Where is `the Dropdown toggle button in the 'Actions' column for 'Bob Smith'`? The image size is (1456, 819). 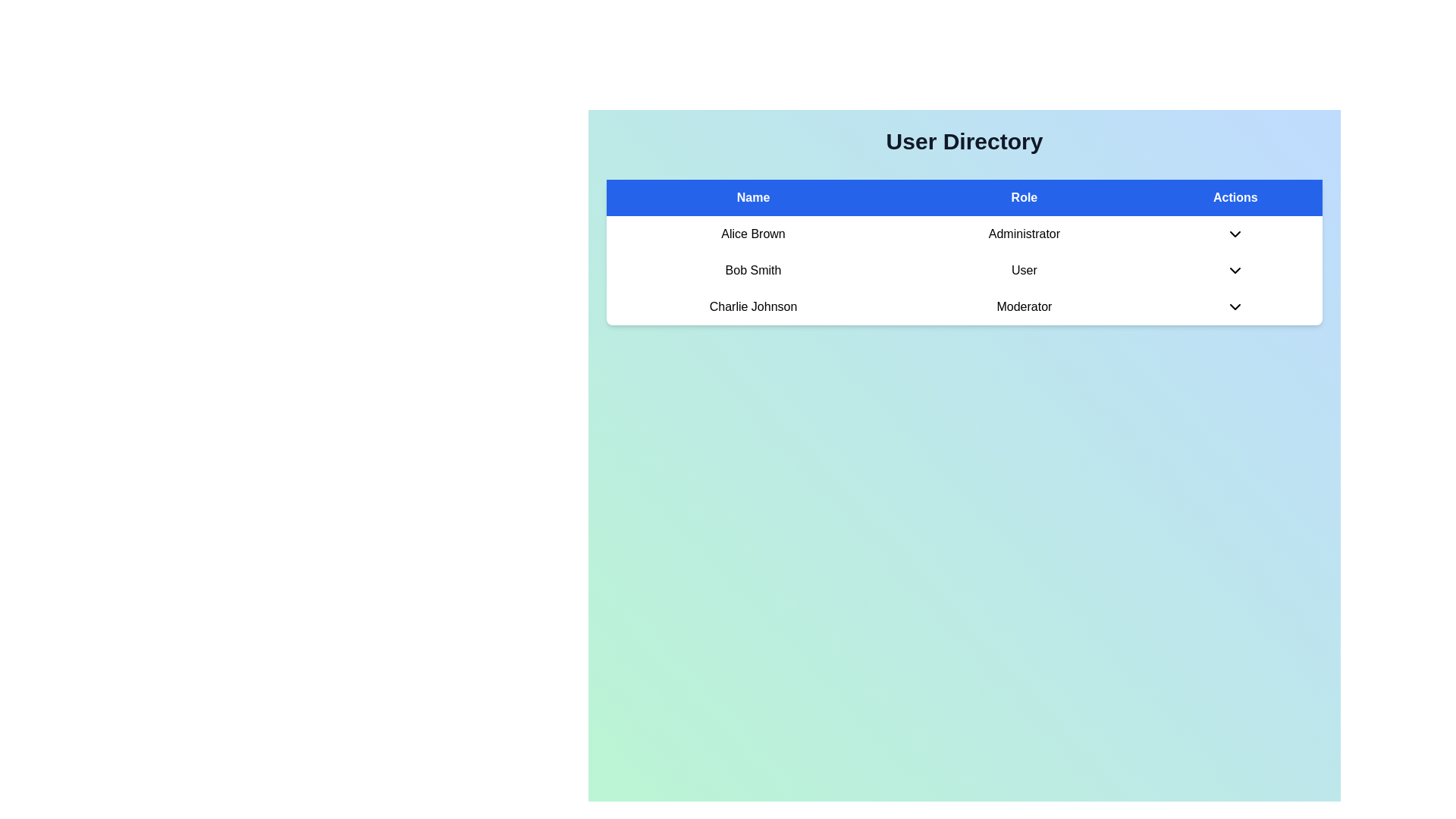 the Dropdown toggle button in the 'Actions' column for 'Bob Smith' is located at coordinates (1235, 270).